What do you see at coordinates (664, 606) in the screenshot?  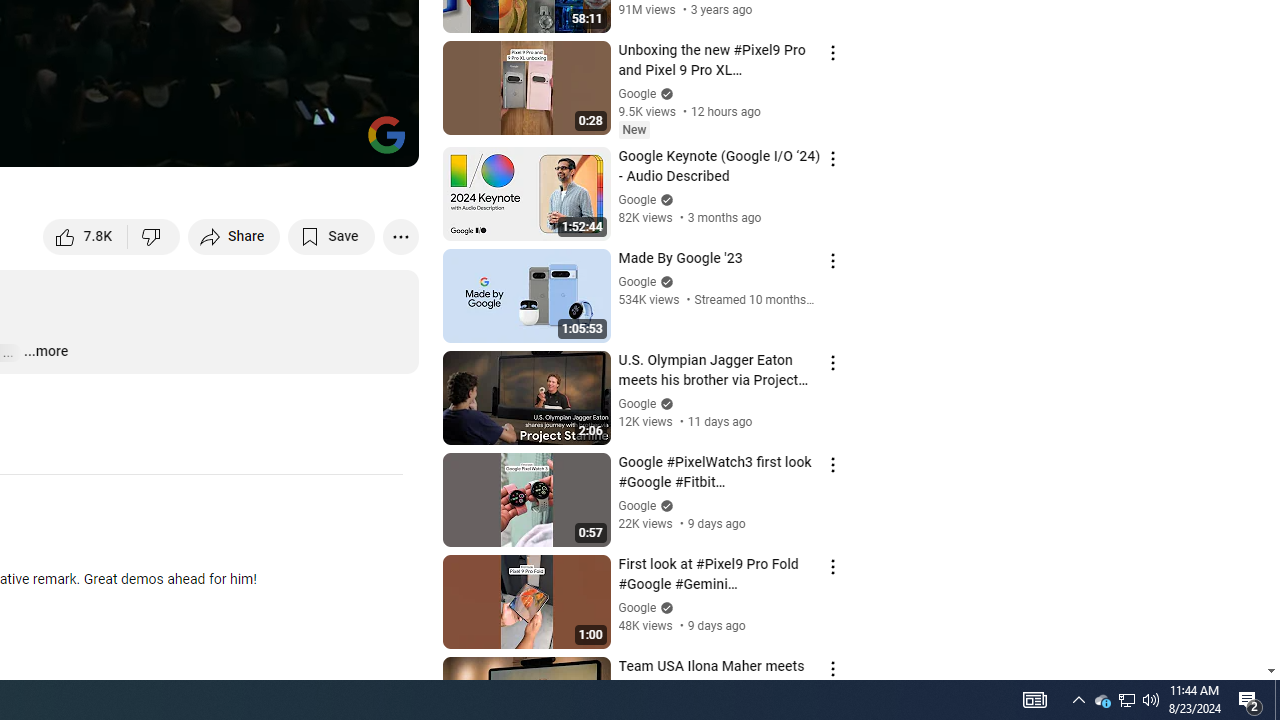 I see `'Verified'` at bounding box center [664, 606].